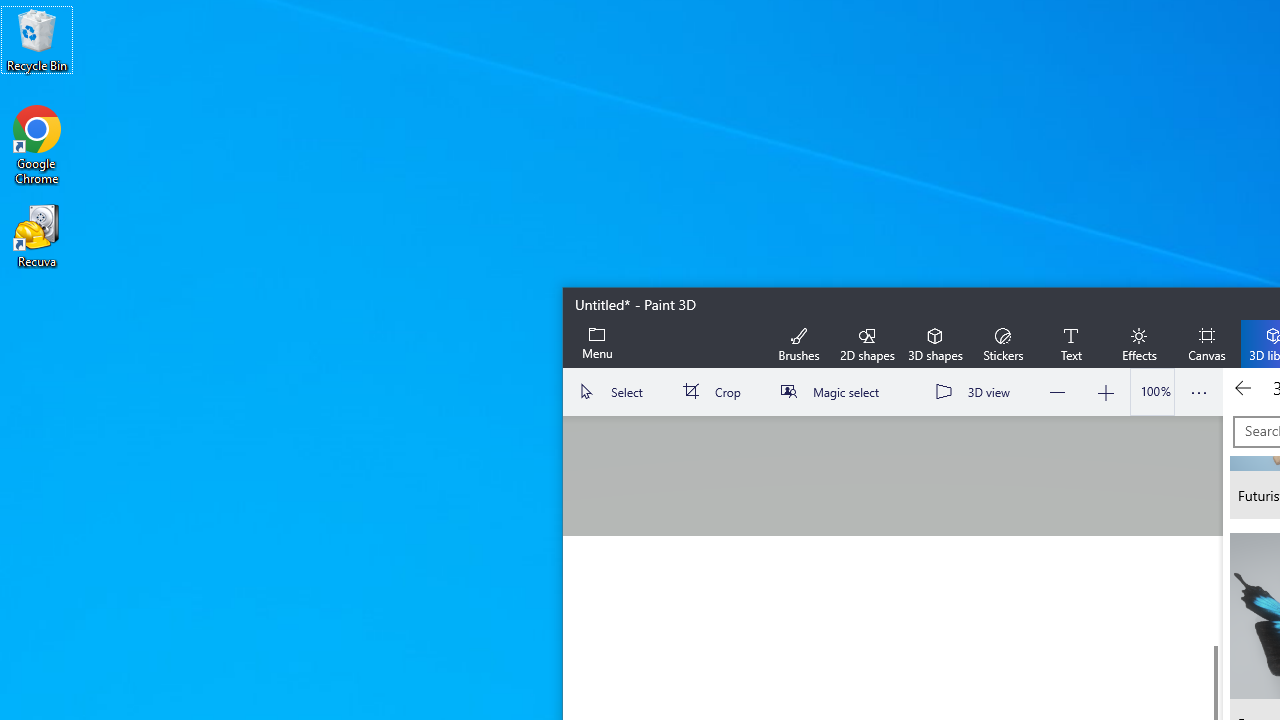 This screenshot has height=720, width=1280. Describe the element at coordinates (37, 234) in the screenshot. I see `'Recuva'` at that location.